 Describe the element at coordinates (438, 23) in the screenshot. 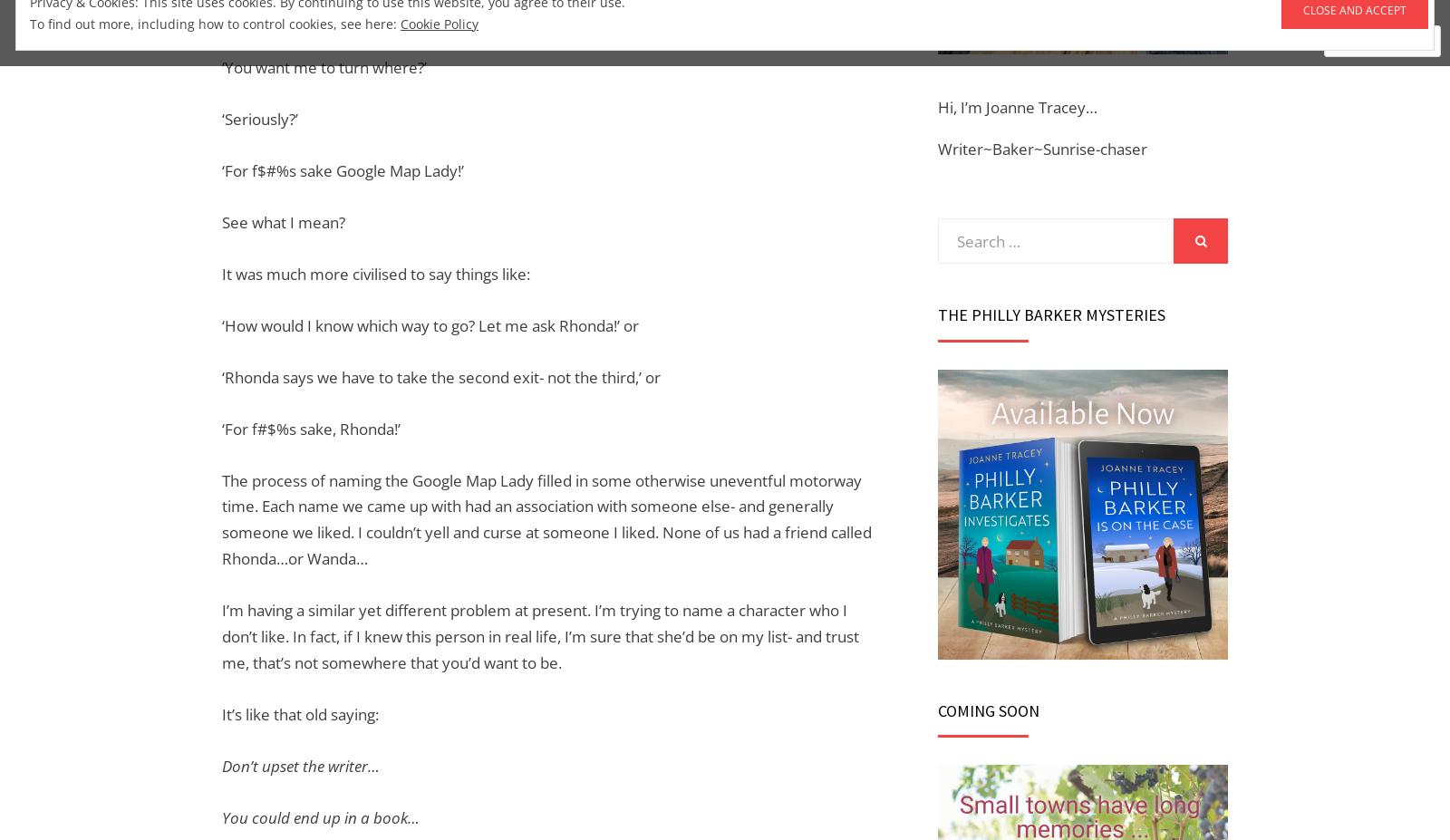

I see `'Cookie Policy'` at that location.